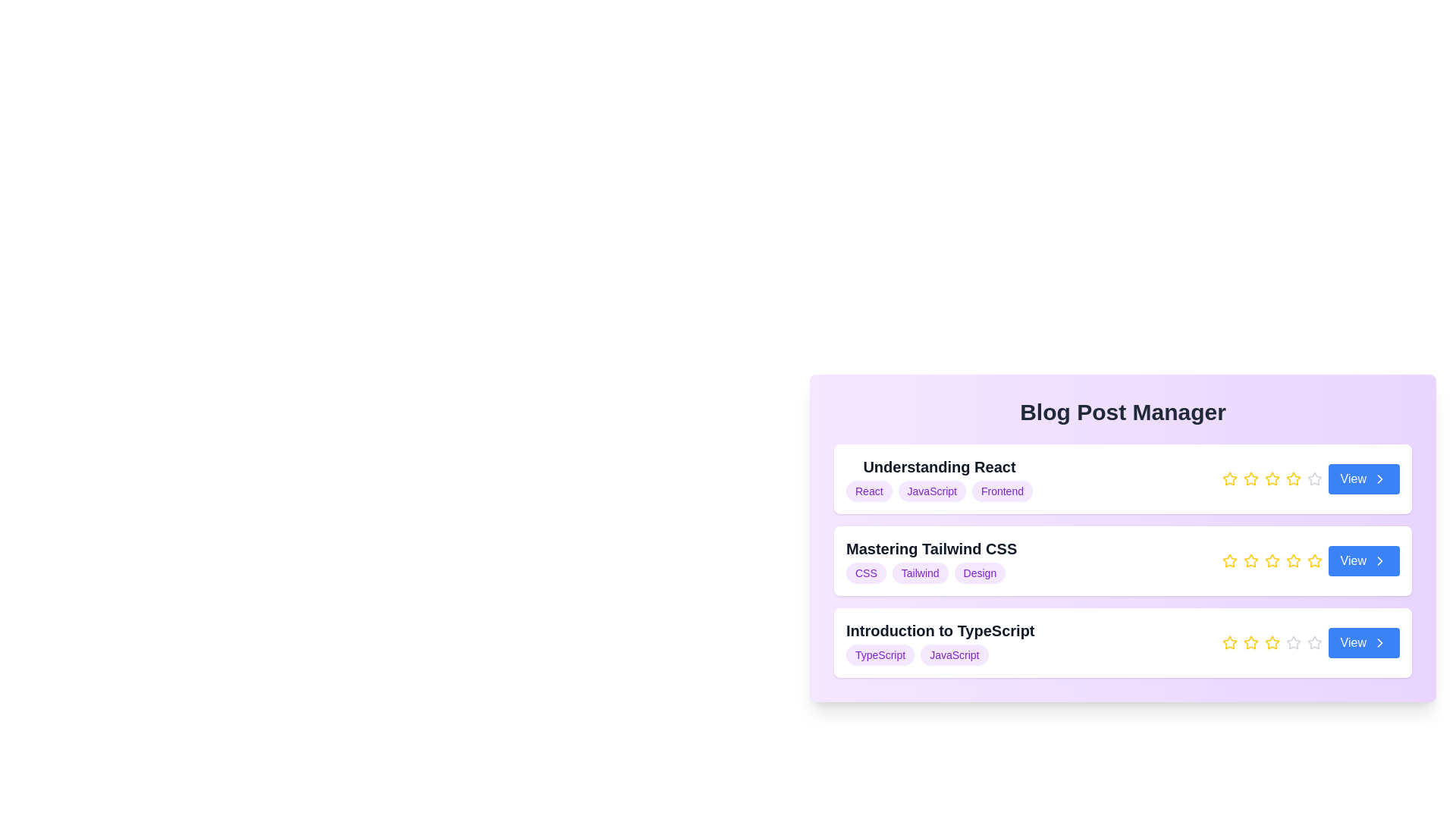 This screenshot has width=1456, height=819. Describe the element at coordinates (1313, 479) in the screenshot. I see `the sixth star icon in the rating system for the 'Understanding React' card to provide interaction feedback` at that location.